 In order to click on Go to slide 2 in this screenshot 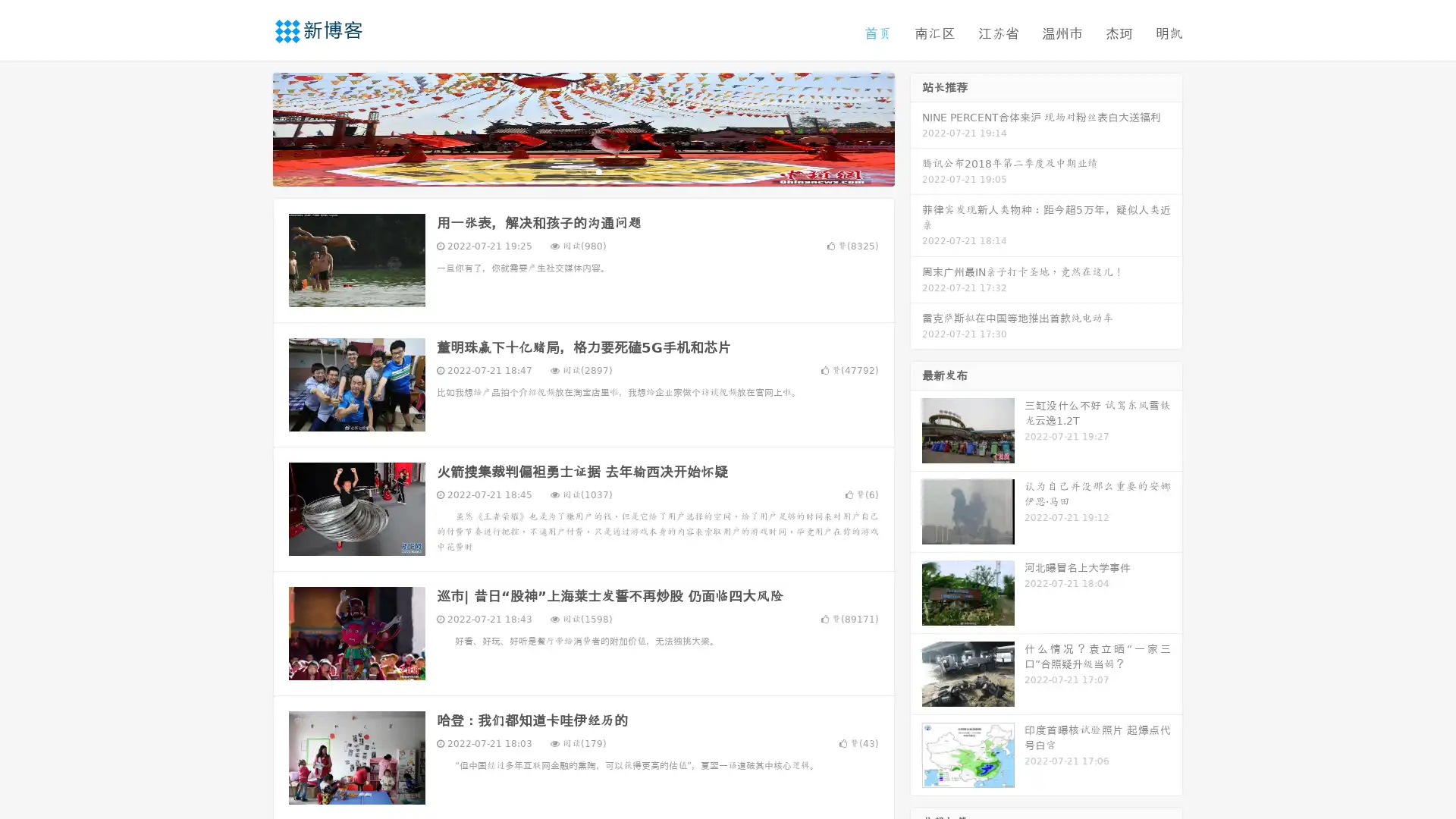, I will do `click(582, 171)`.